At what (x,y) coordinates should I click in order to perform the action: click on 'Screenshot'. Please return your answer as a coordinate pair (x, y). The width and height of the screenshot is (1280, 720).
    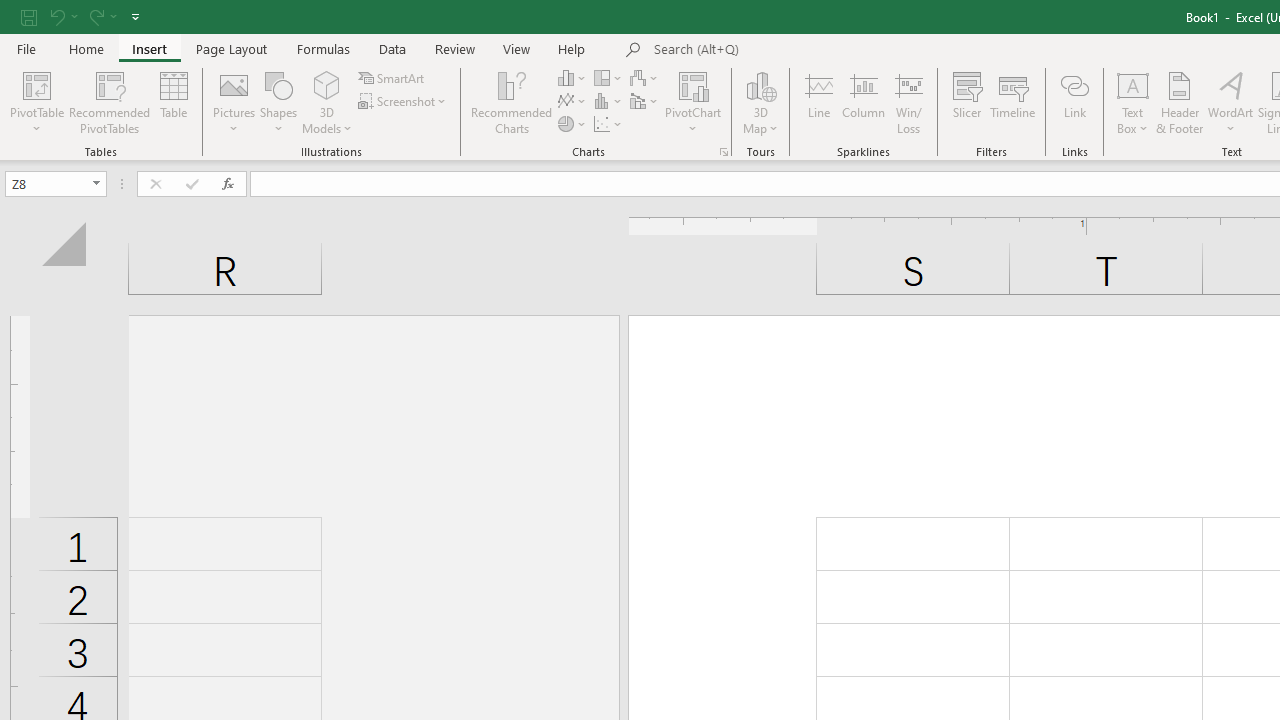
    Looking at the image, I should click on (402, 101).